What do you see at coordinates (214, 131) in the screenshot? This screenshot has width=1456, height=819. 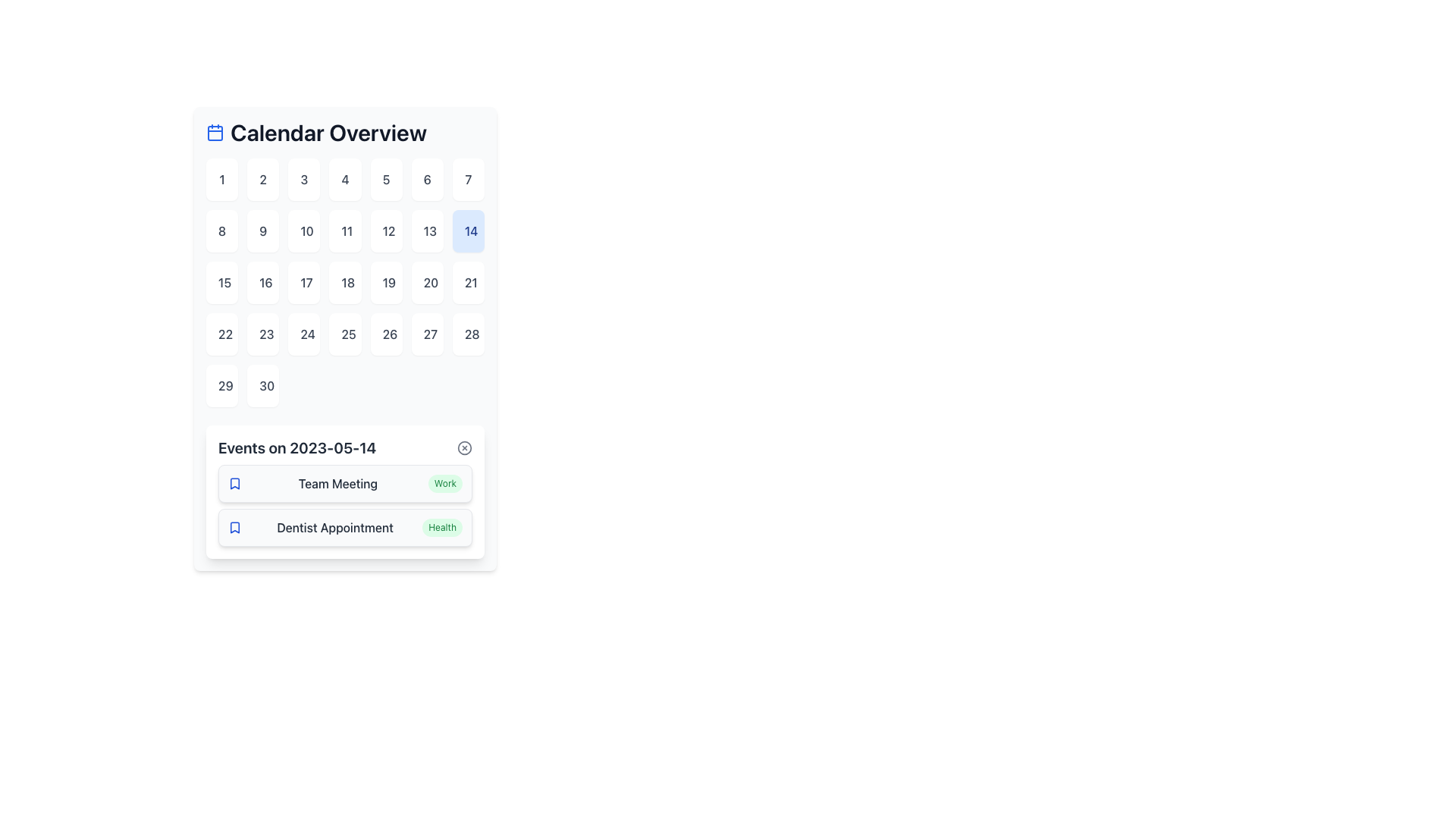 I see `the calendar icon with a blue outline, which is located at the top-left corner of the 'Calendar Overview' section, preceding the 'Calendar Overview' text` at bounding box center [214, 131].